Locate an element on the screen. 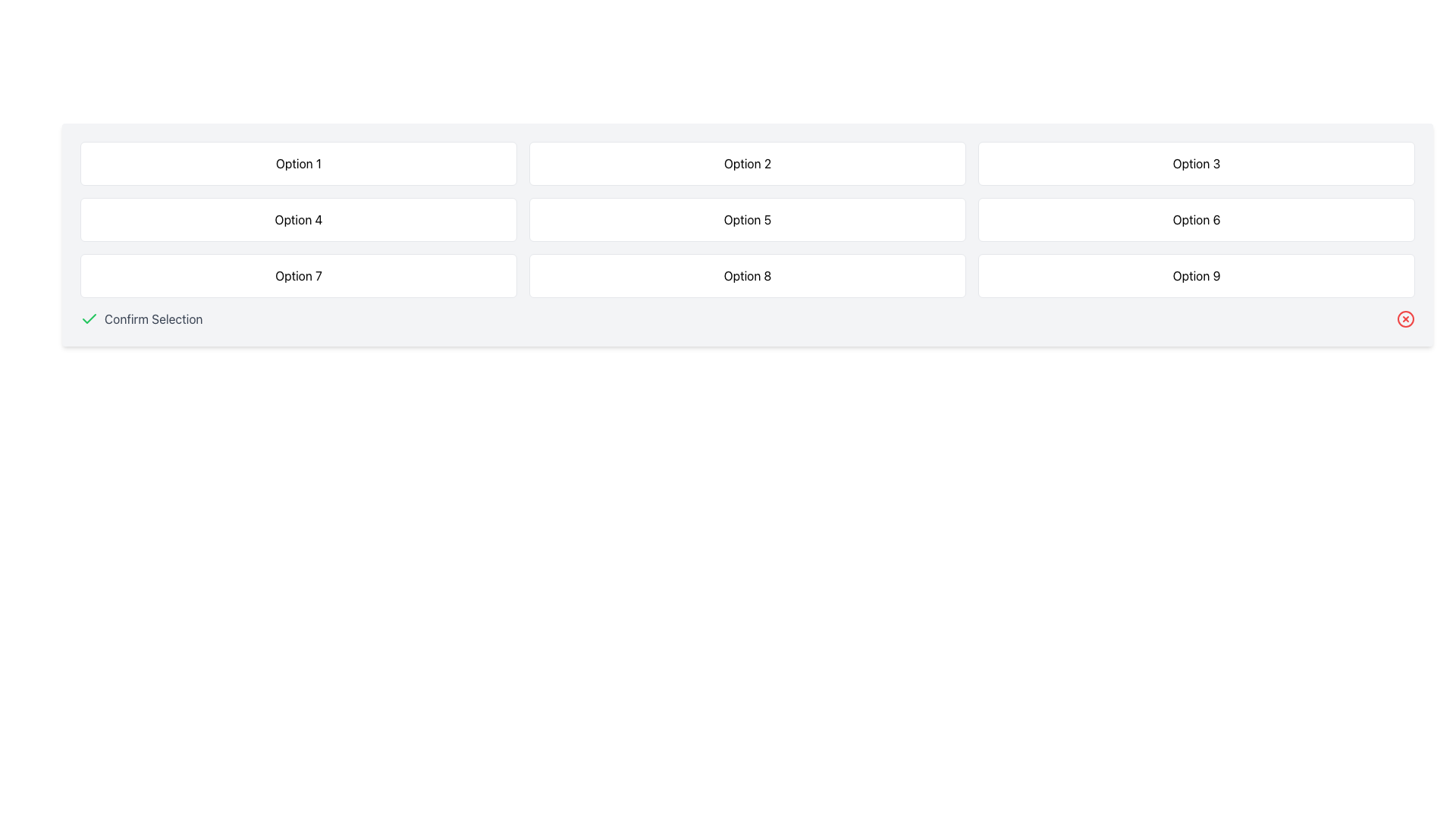  the checkmark icon indicating confirmation for the 'Confirm Selection' functionality is located at coordinates (89, 318).